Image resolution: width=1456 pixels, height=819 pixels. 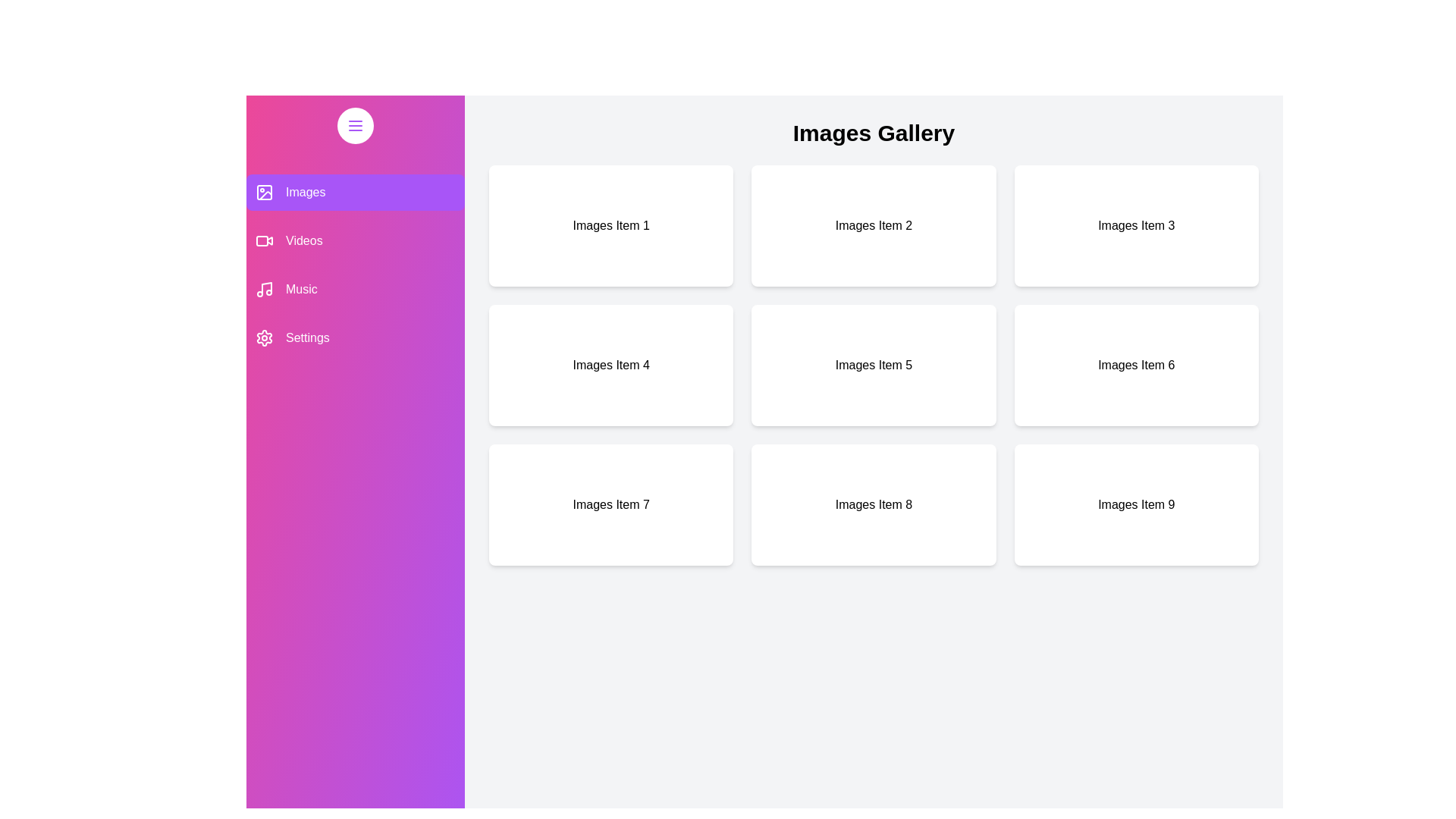 What do you see at coordinates (355, 289) in the screenshot?
I see `the media category Music from the sidebar` at bounding box center [355, 289].